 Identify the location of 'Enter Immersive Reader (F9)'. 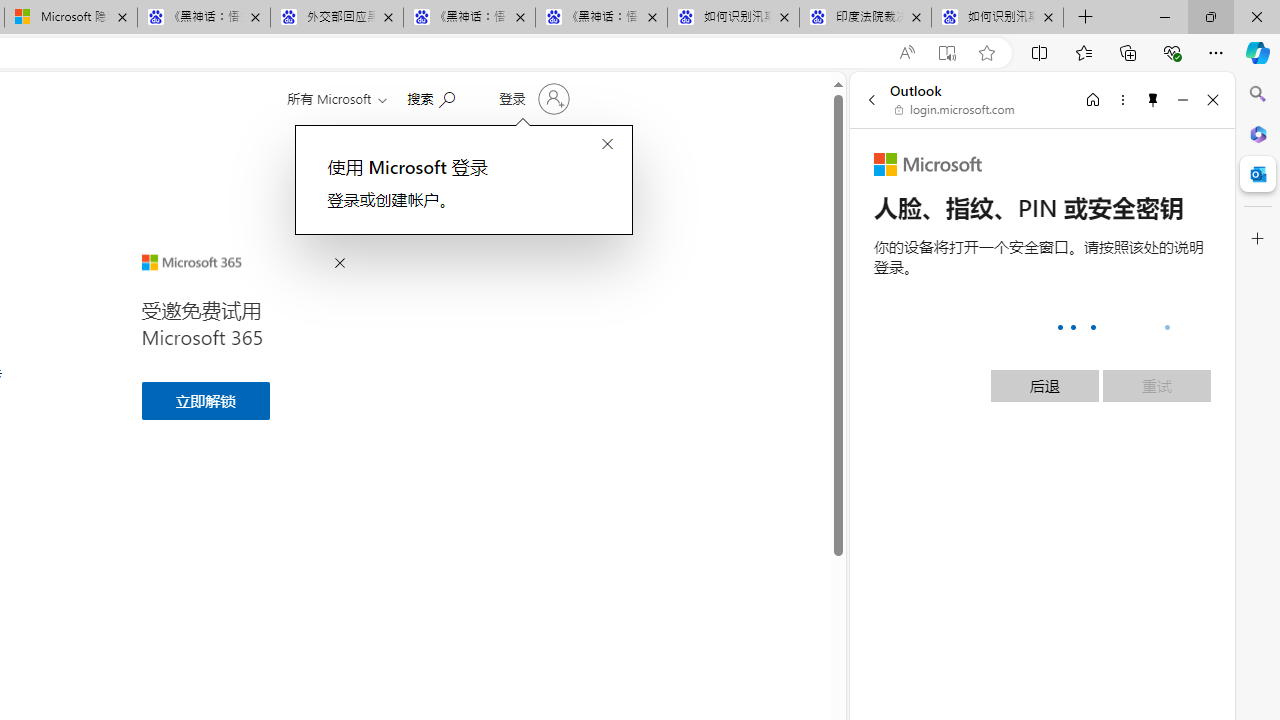
(945, 52).